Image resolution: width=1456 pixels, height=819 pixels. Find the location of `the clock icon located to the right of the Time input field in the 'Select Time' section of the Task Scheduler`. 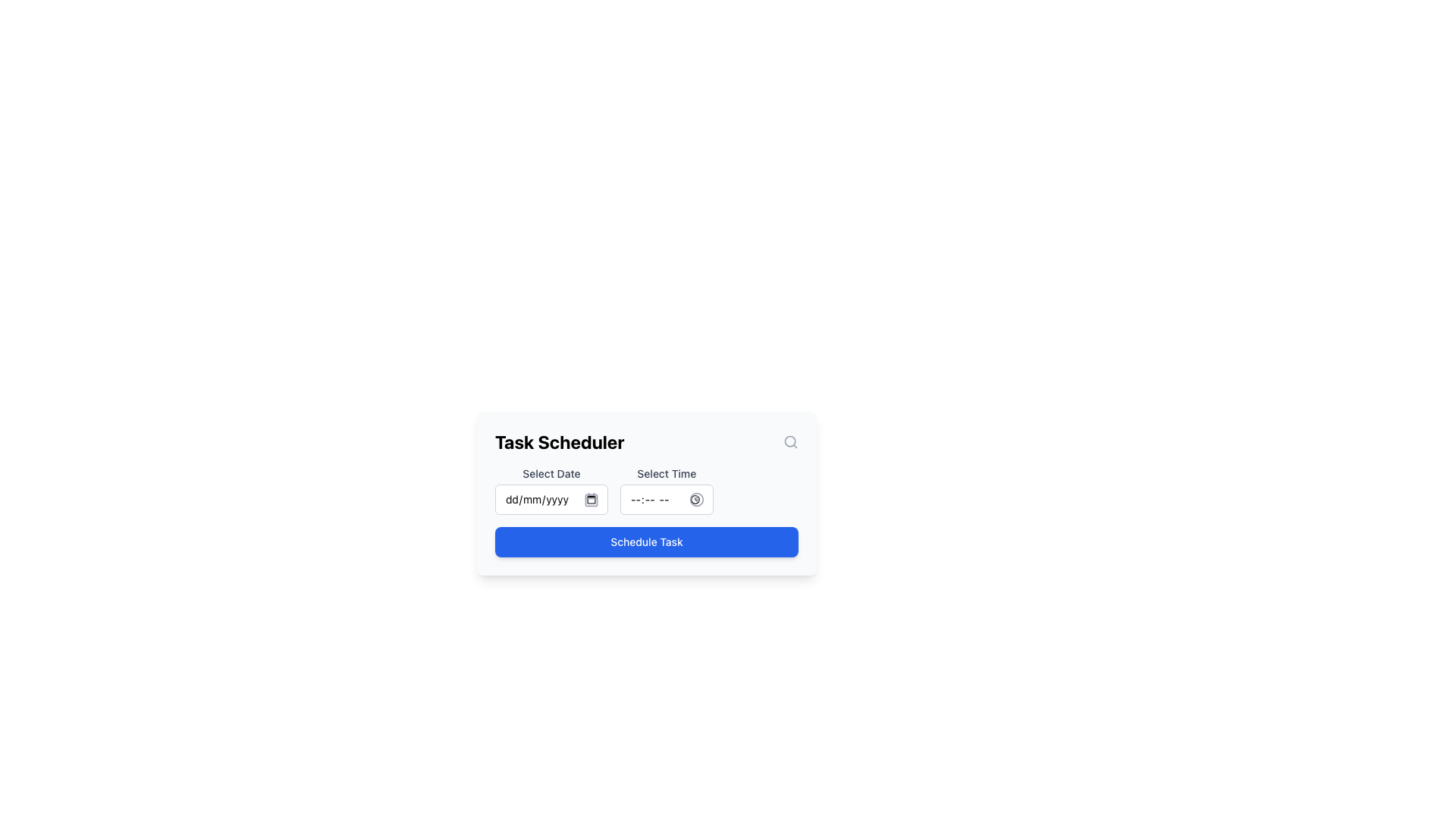

the clock icon located to the right of the Time input field in the 'Select Time' section of the Task Scheduler is located at coordinates (667, 500).